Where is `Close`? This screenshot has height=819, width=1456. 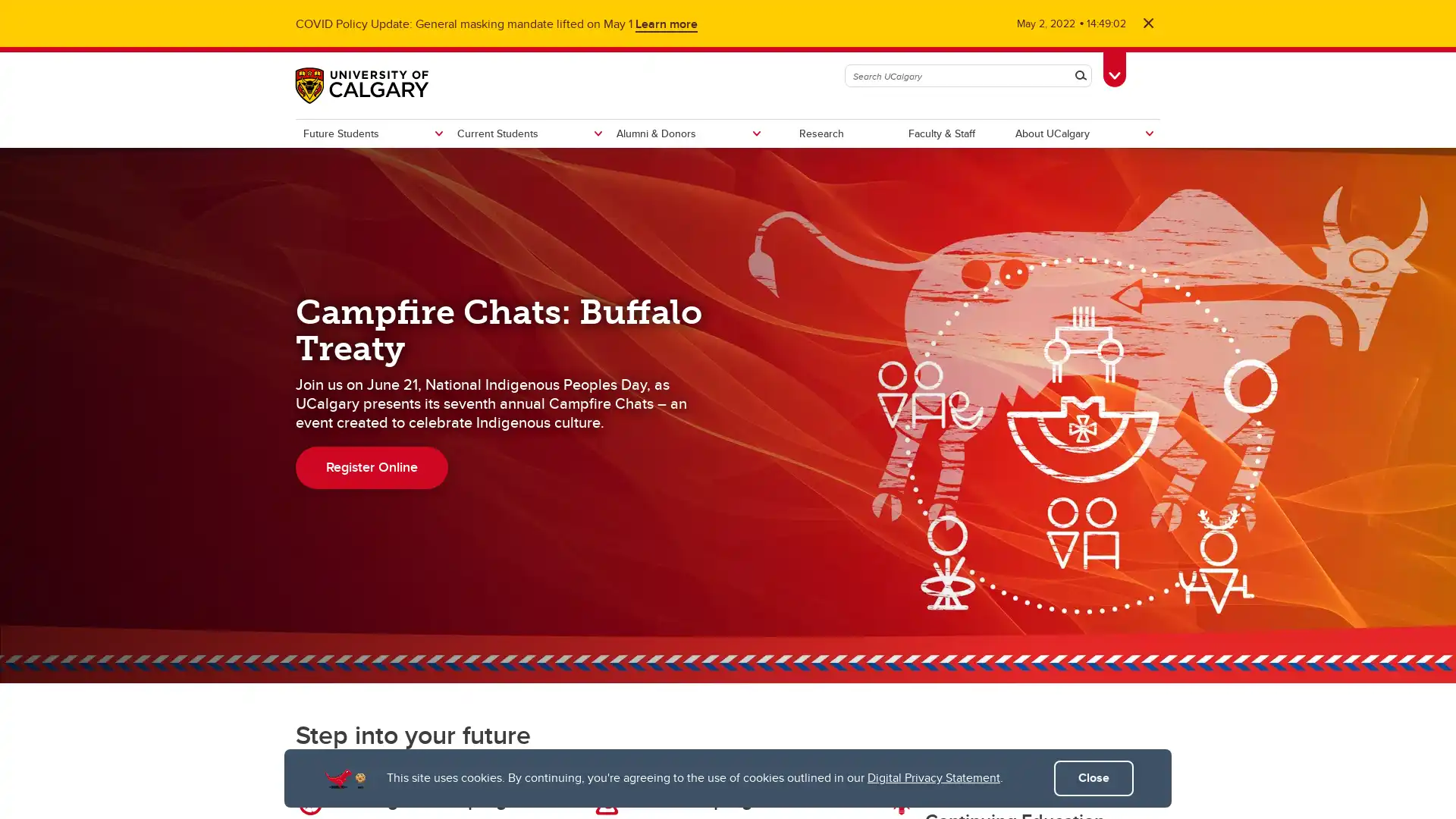
Close is located at coordinates (1094, 778).